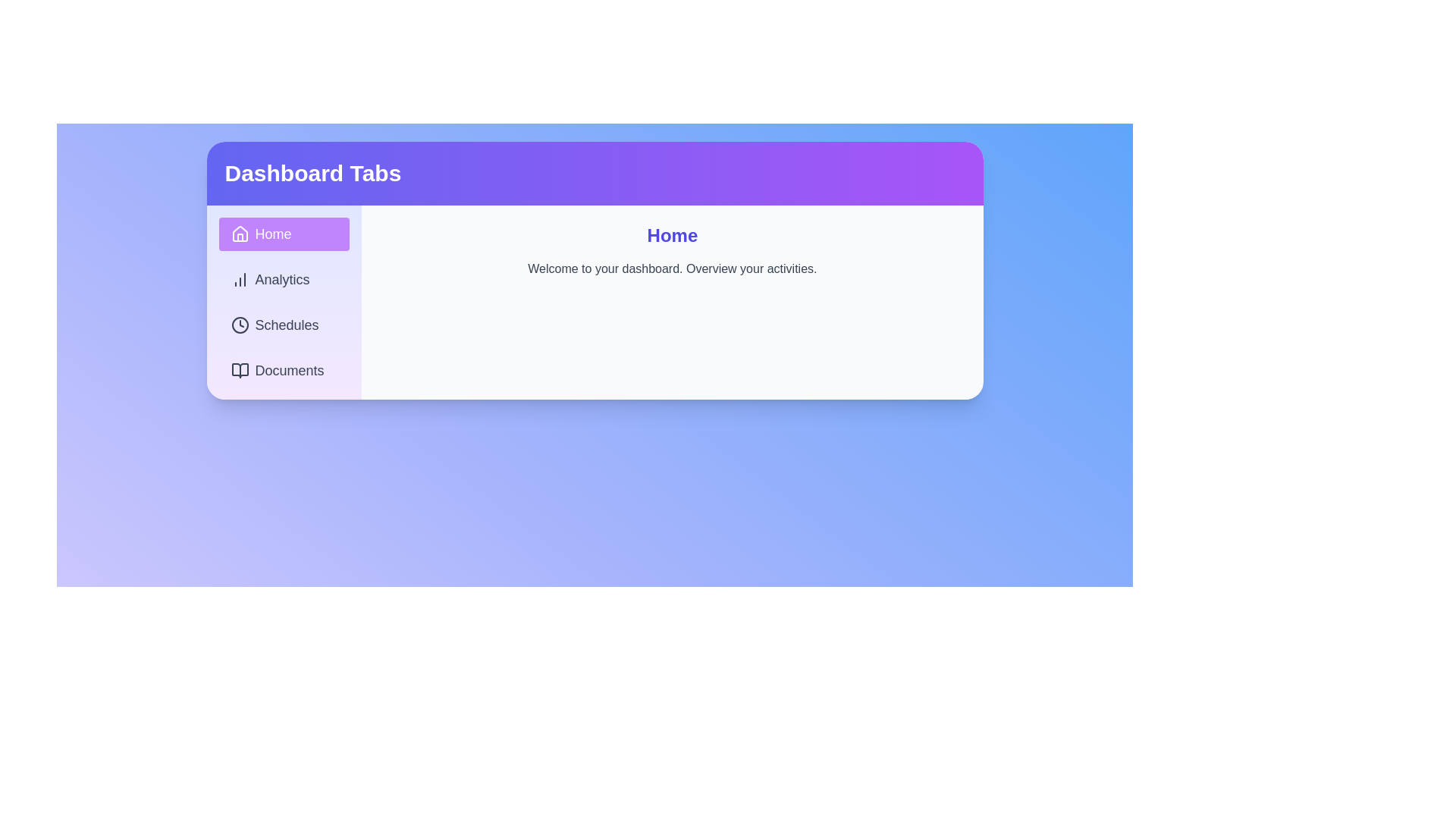 This screenshot has height=819, width=1456. I want to click on the gradient background to open a customization menu, so click(594, 532).